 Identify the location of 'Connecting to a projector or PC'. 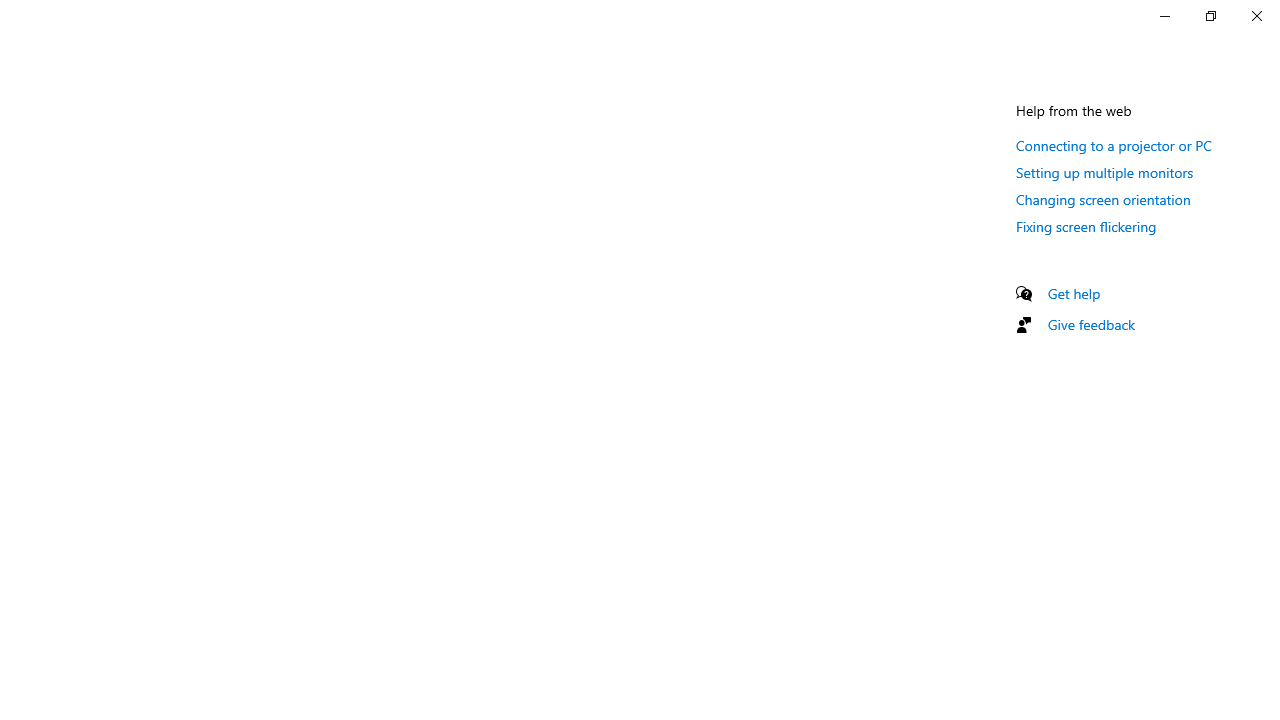
(1113, 144).